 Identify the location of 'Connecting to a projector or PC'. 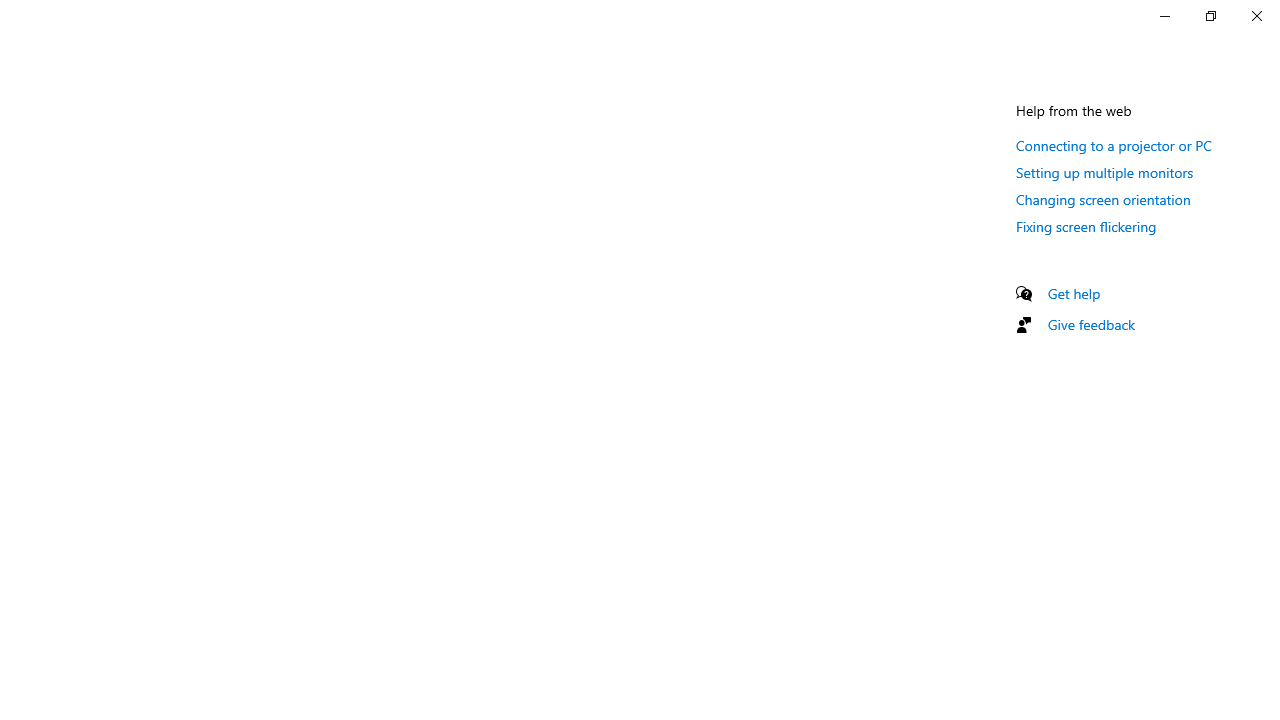
(1113, 144).